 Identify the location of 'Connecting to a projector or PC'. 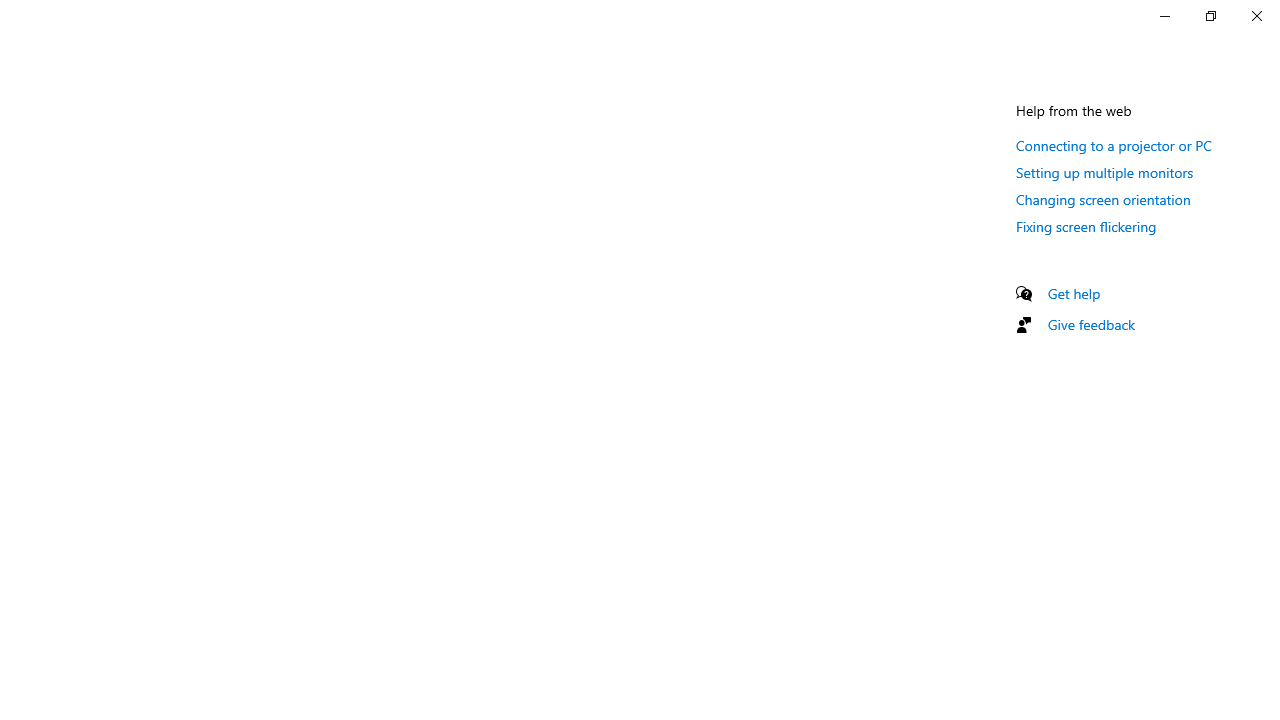
(1113, 144).